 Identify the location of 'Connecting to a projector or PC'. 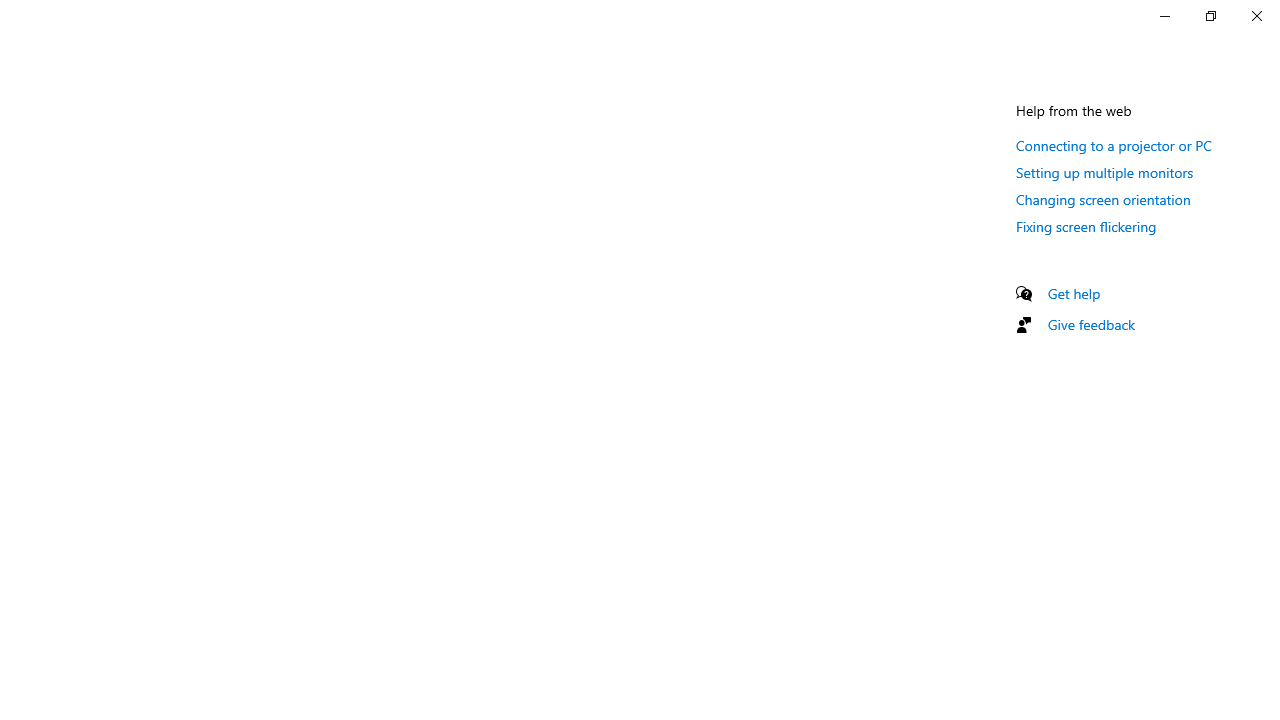
(1113, 144).